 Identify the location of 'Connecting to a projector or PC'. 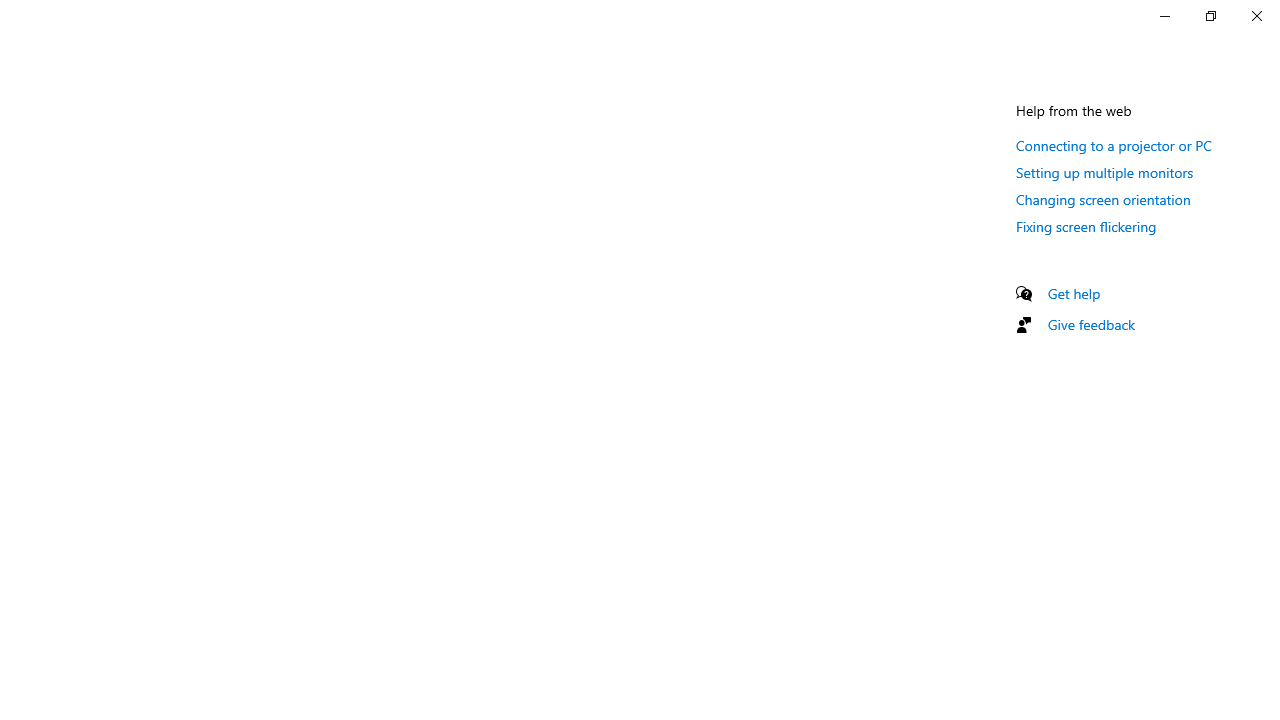
(1113, 144).